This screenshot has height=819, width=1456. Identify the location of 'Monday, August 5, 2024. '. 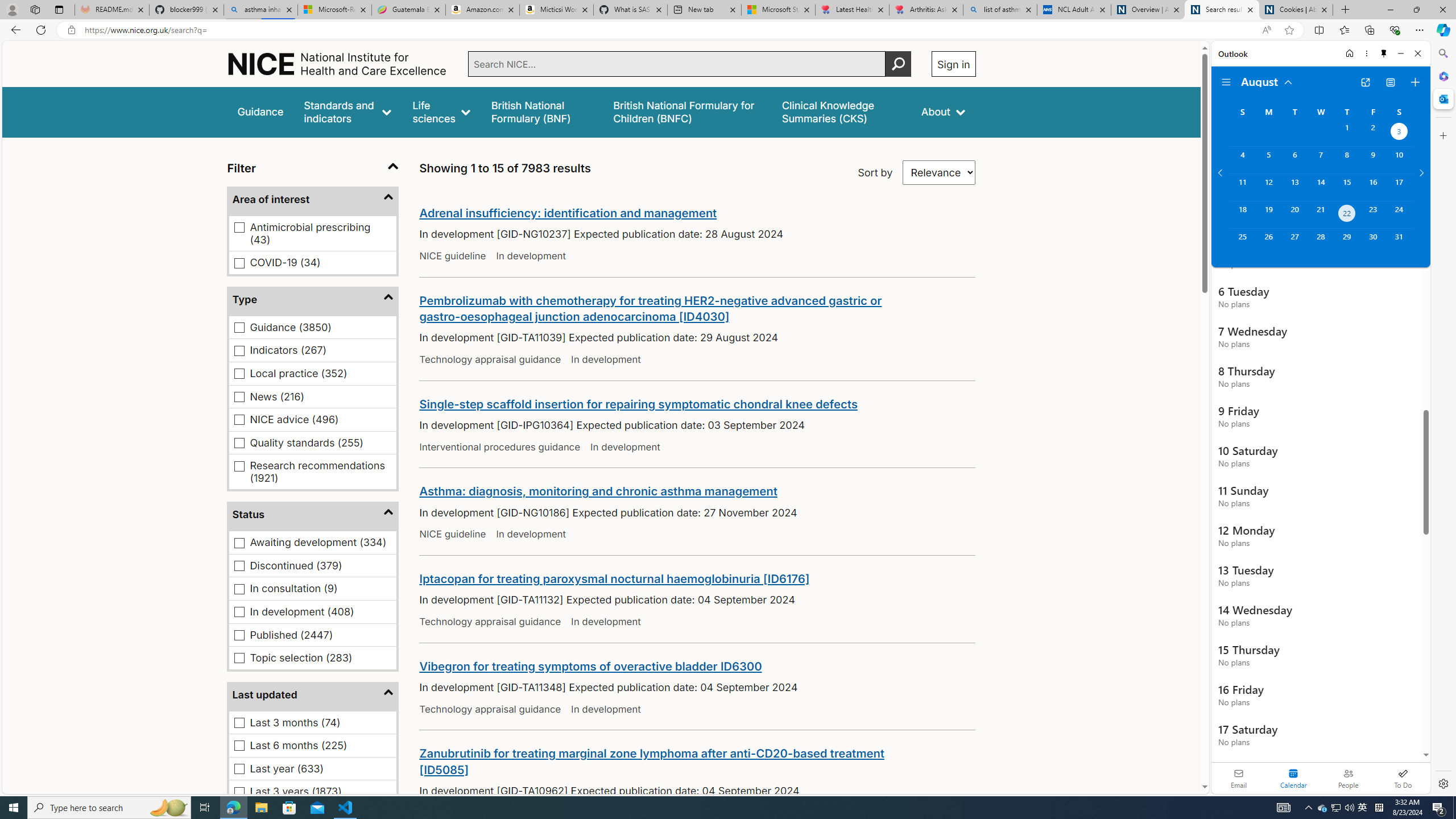
(1268, 159).